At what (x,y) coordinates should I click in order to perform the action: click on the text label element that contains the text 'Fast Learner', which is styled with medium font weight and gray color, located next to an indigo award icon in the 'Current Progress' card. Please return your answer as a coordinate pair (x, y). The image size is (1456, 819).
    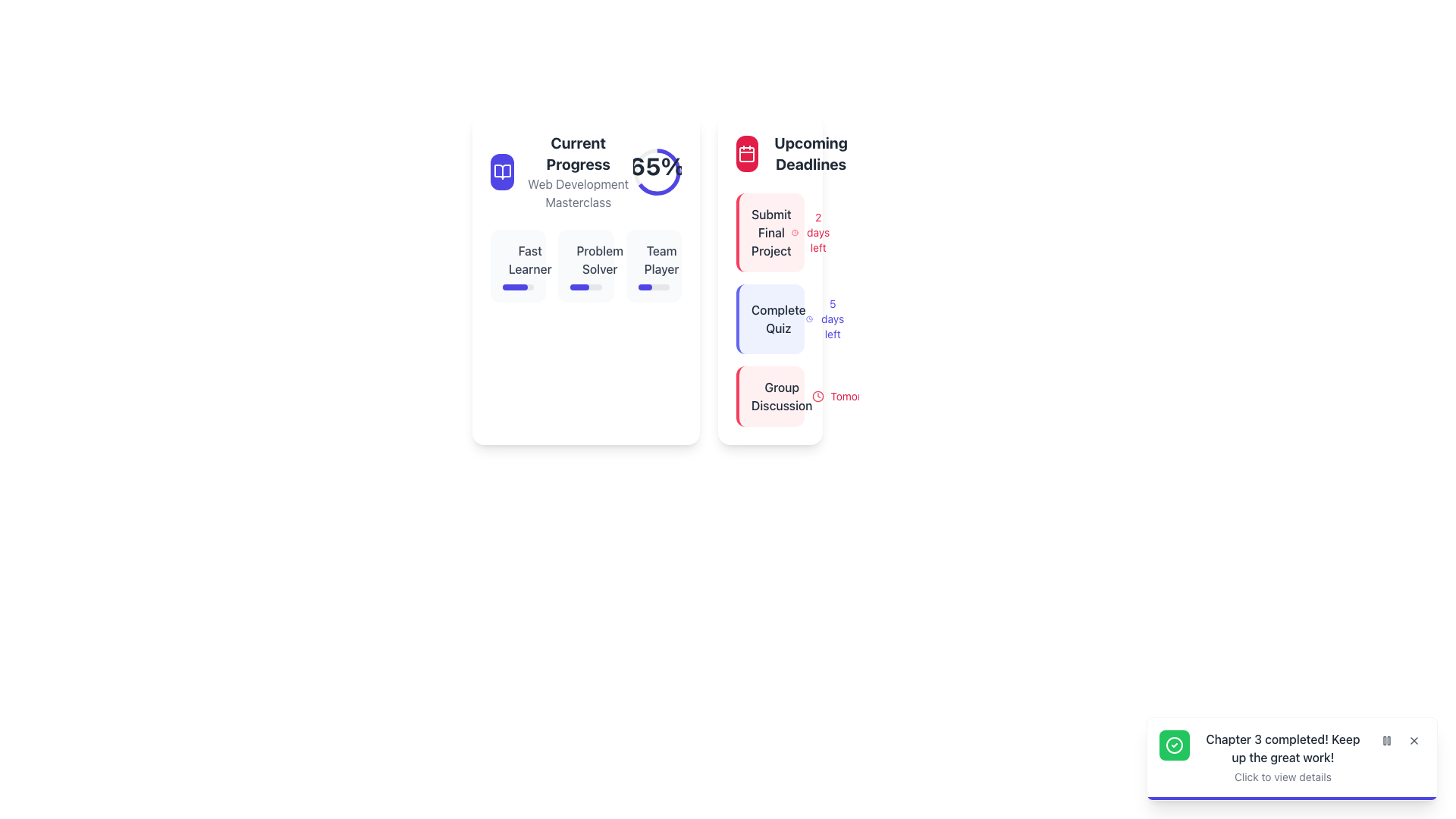
    Looking at the image, I should click on (518, 259).